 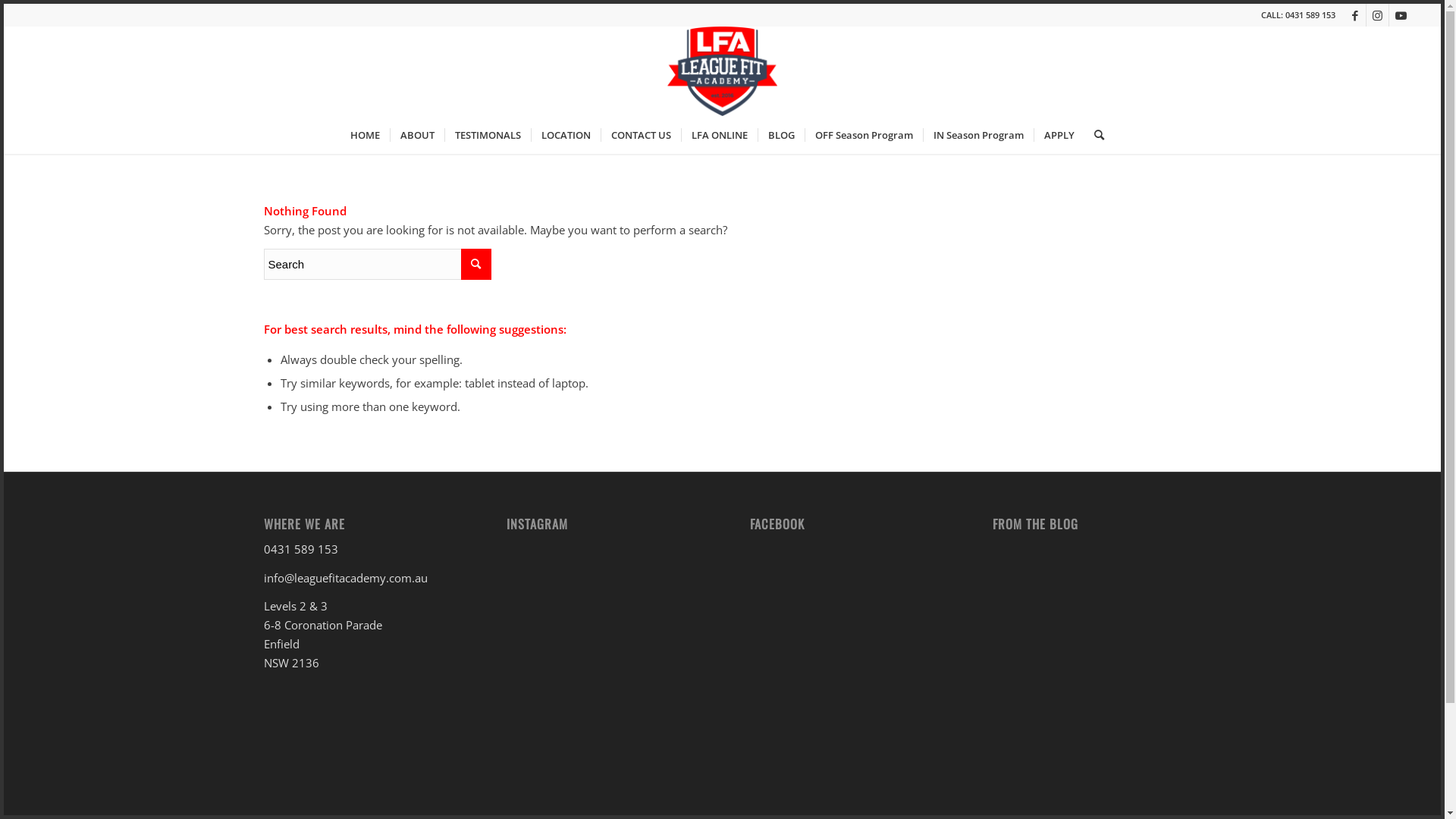 What do you see at coordinates (757, 133) in the screenshot?
I see `'BLOG'` at bounding box center [757, 133].